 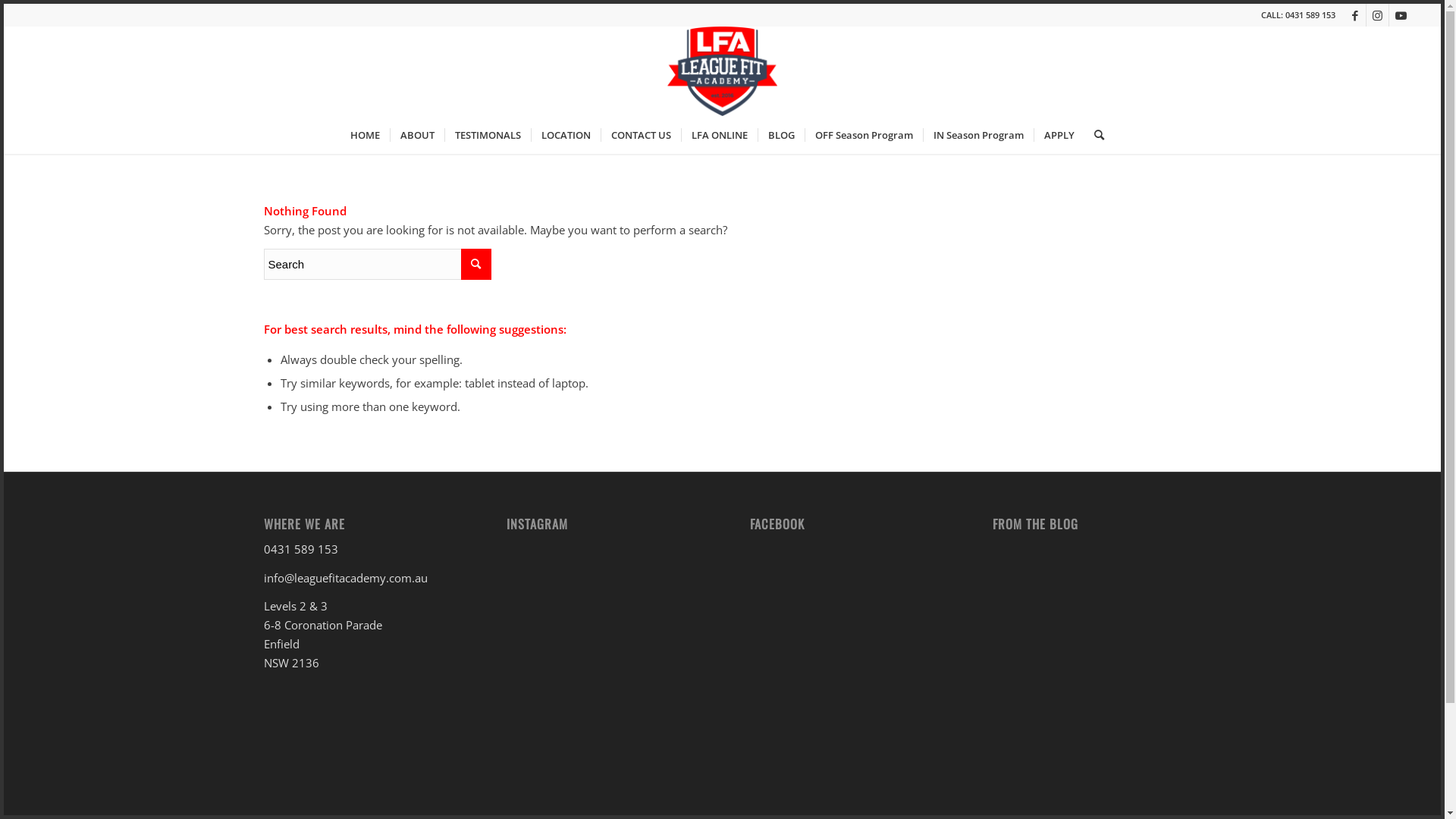 What do you see at coordinates (757, 133) in the screenshot?
I see `'BLOG'` at bounding box center [757, 133].